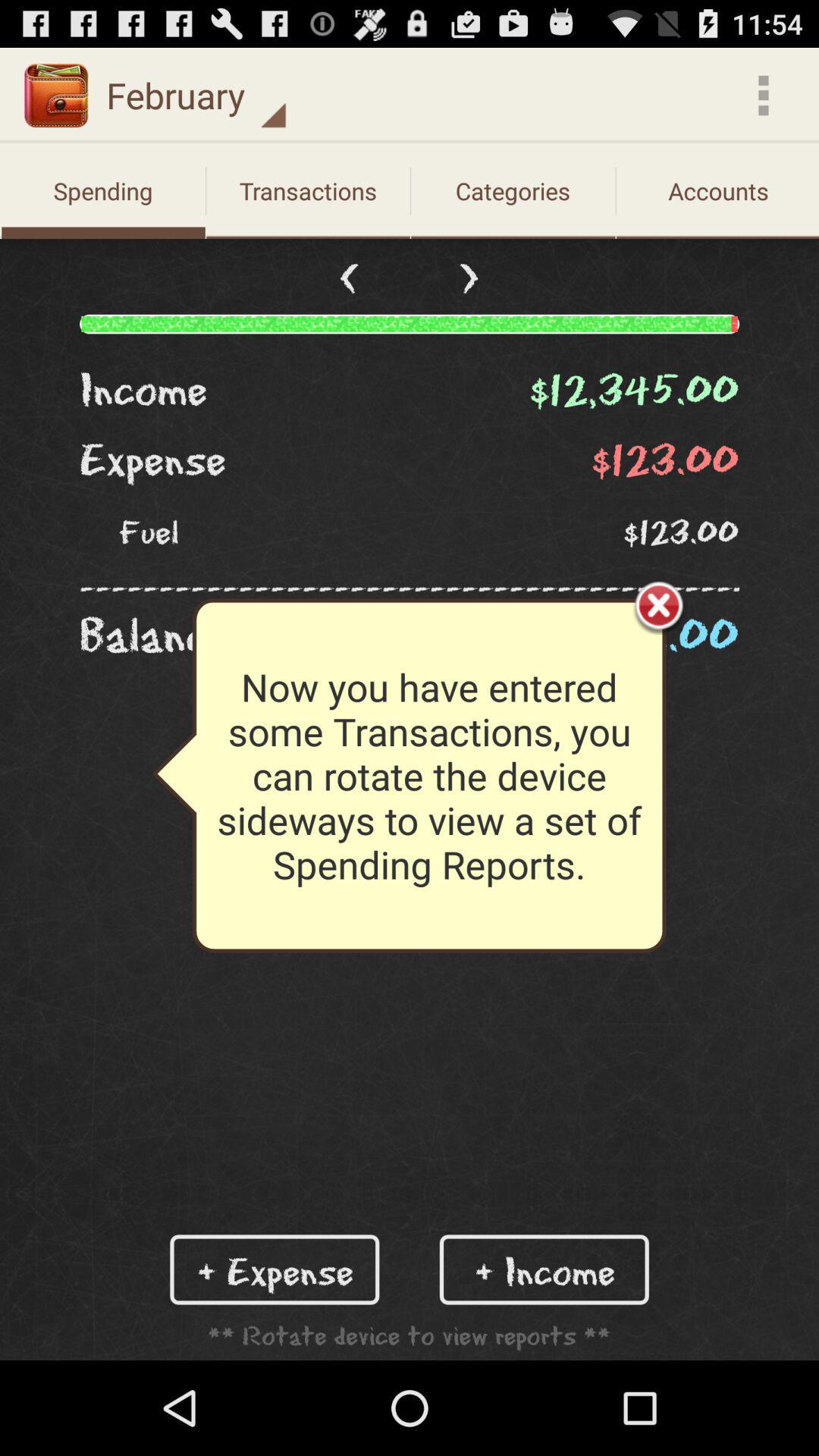 The width and height of the screenshot is (819, 1456). Describe the element at coordinates (658, 648) in the screenshot. I see `the close icon` at that location.